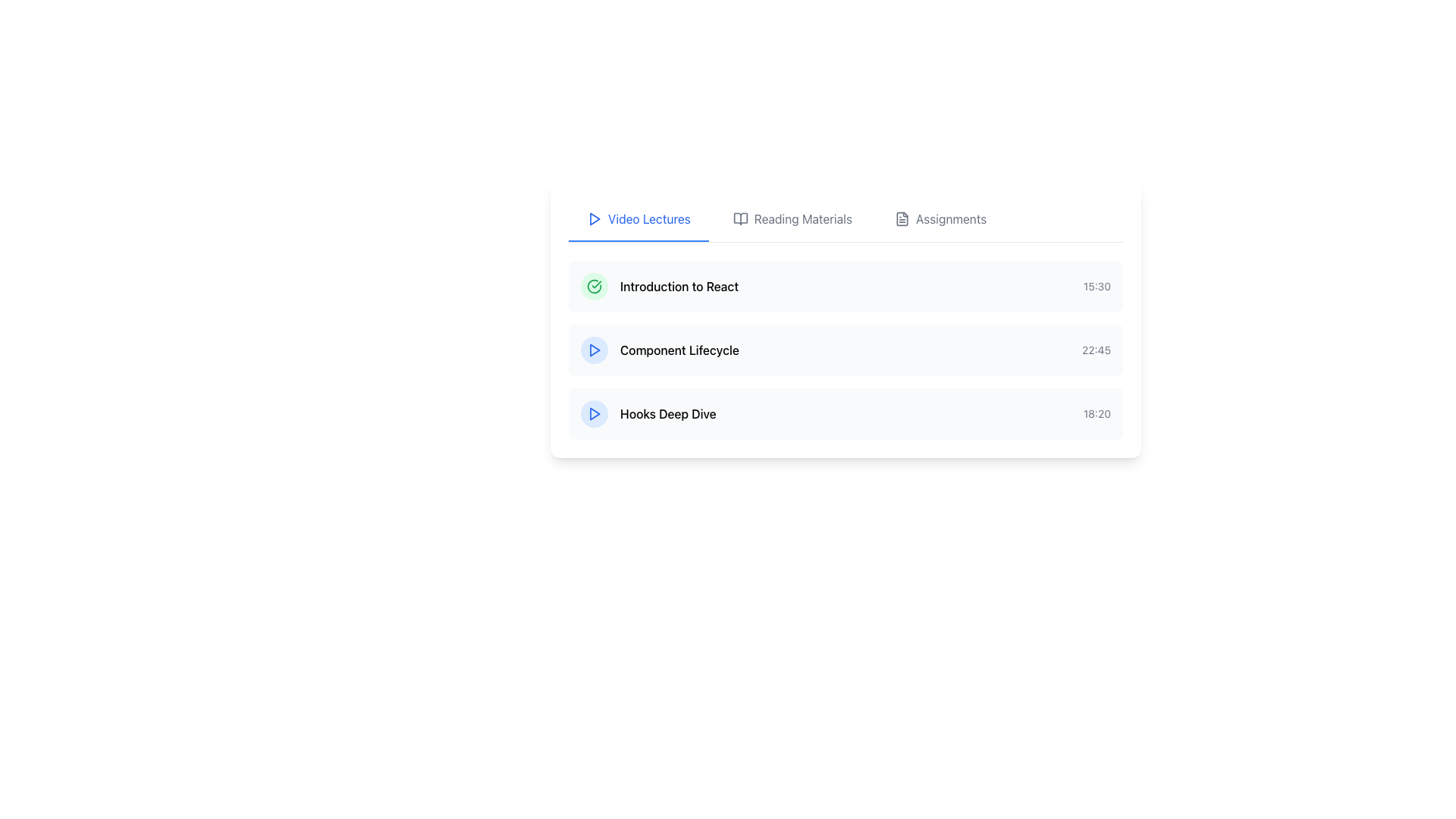 The width and height of the screenshot is (1456, 819). Describe the element at coordinates (940, 219) in the screenshot. I see `the navigation button for assignments, which is the third button in a row of three navigation items` at that location.